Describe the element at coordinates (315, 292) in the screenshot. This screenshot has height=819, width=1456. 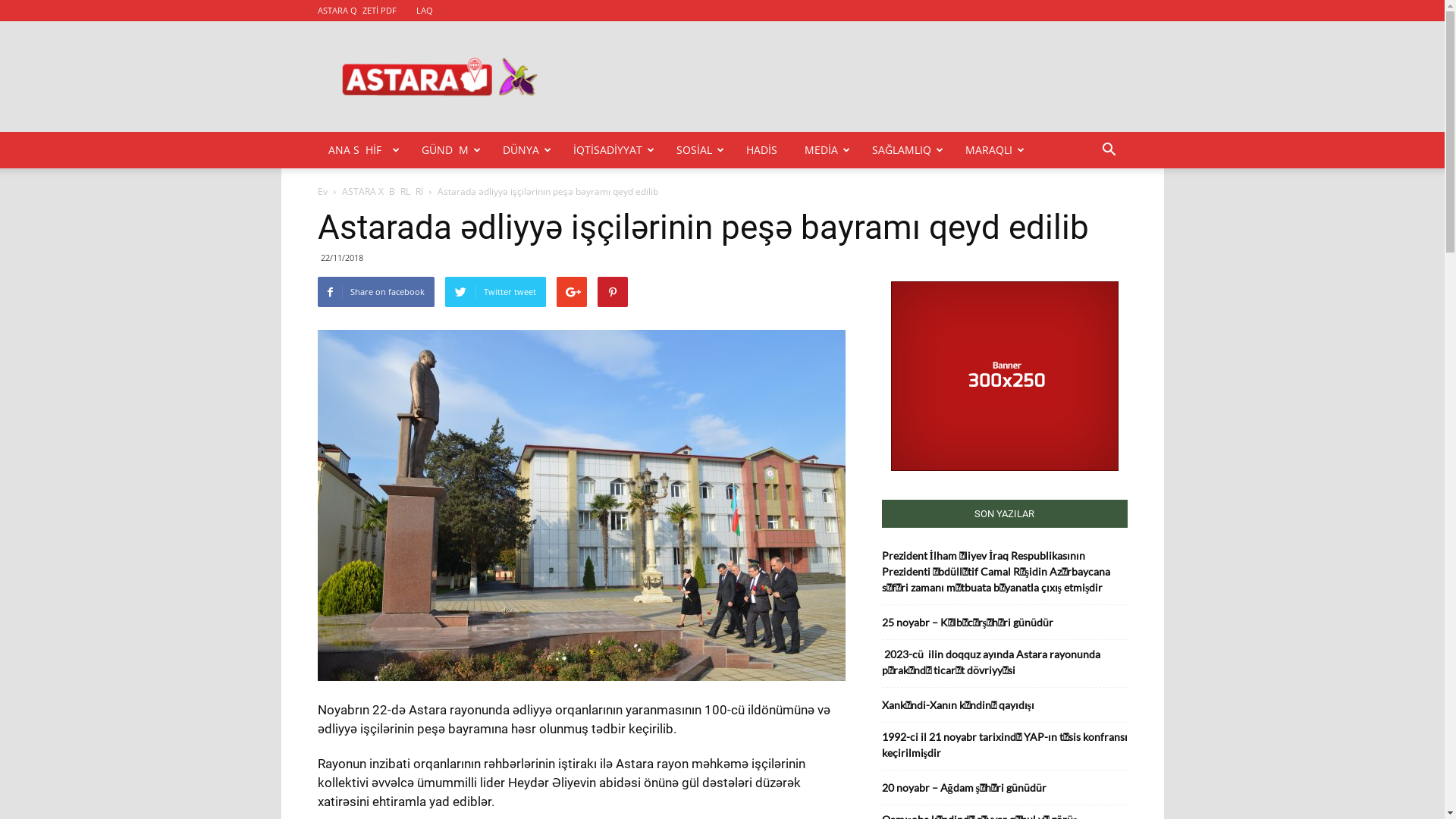
I see `'Share on facebook'` at that location.